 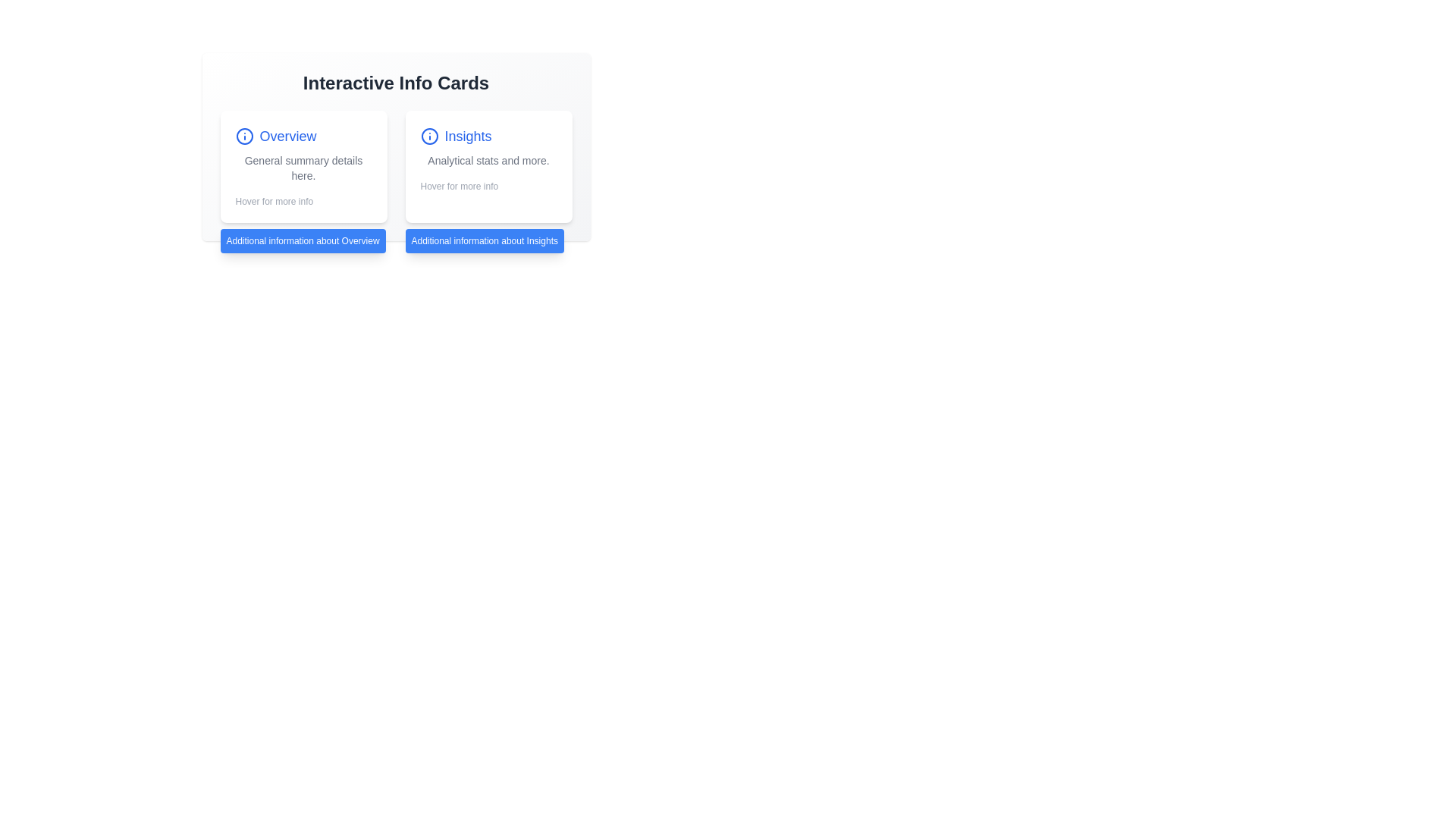 I want to click on the circular blue outlined icon located at the center of the 'Insights' card, so click(x=428, y=136).